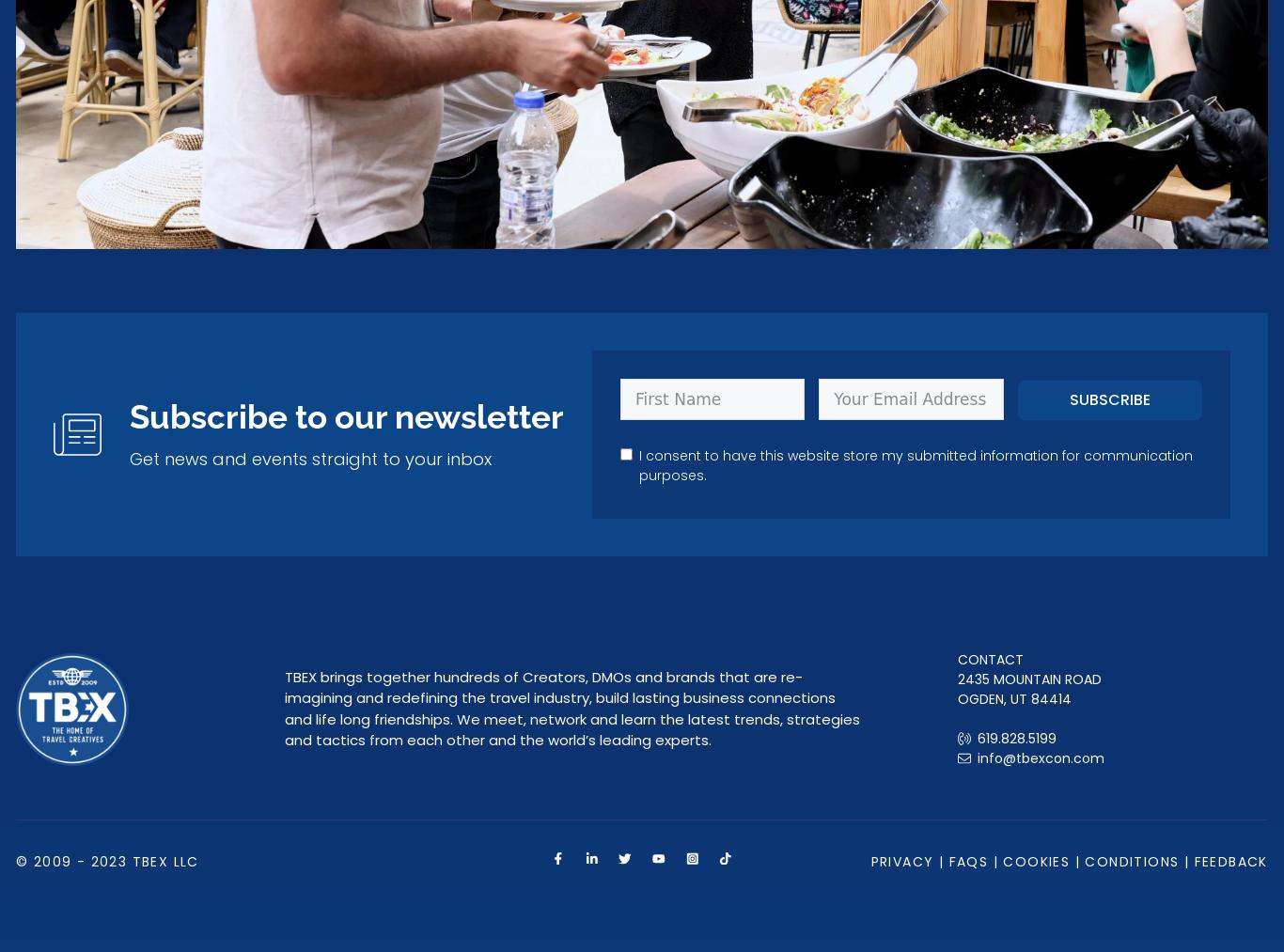  Describe the element at coordinates (1016, 737) in the screenshot. I see `'619.828.5199'` at that location.